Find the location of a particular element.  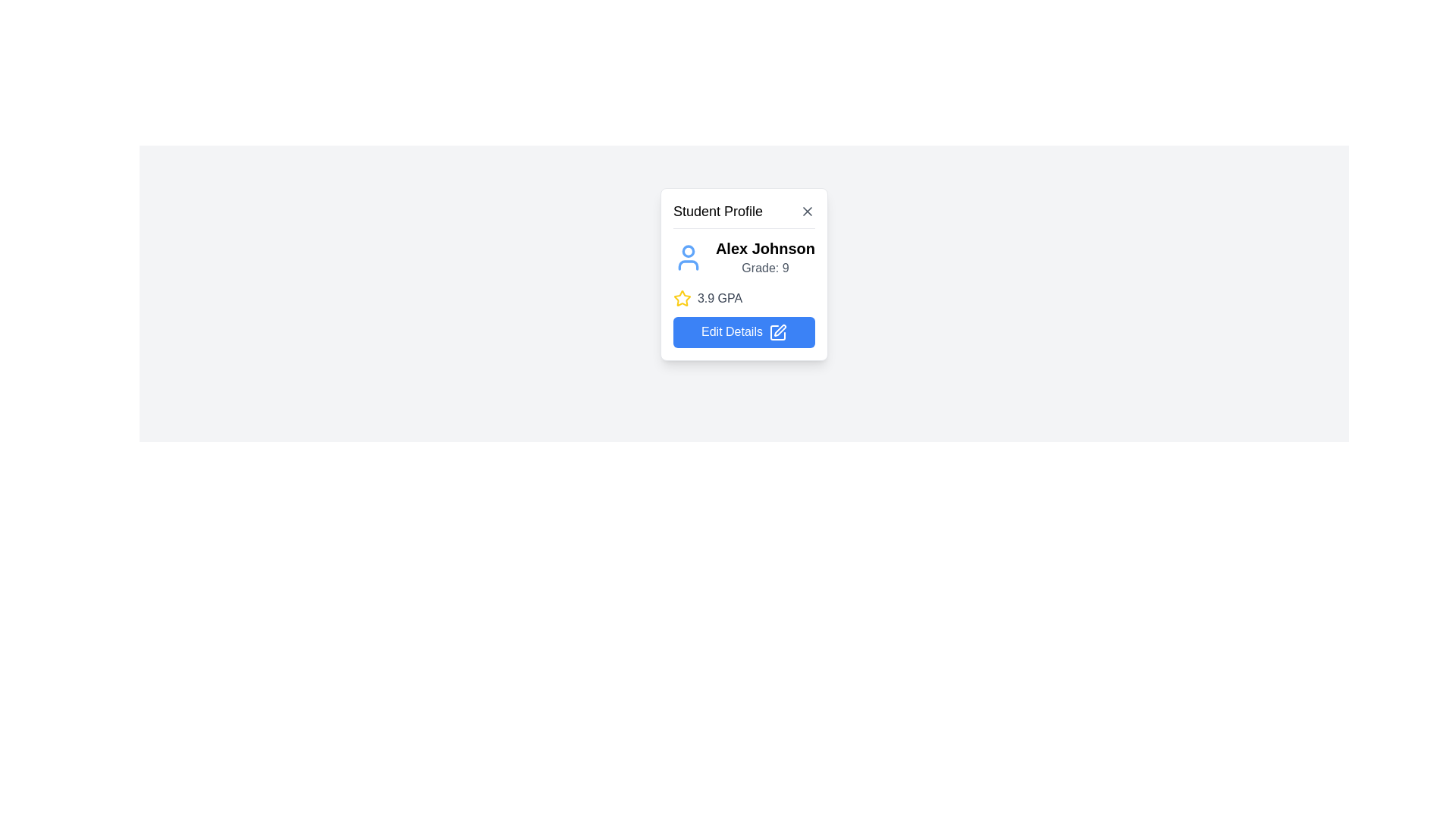

the 'X' icon in the top-right corner of the 'Student Profile' card is located at coordinates (807, 211).